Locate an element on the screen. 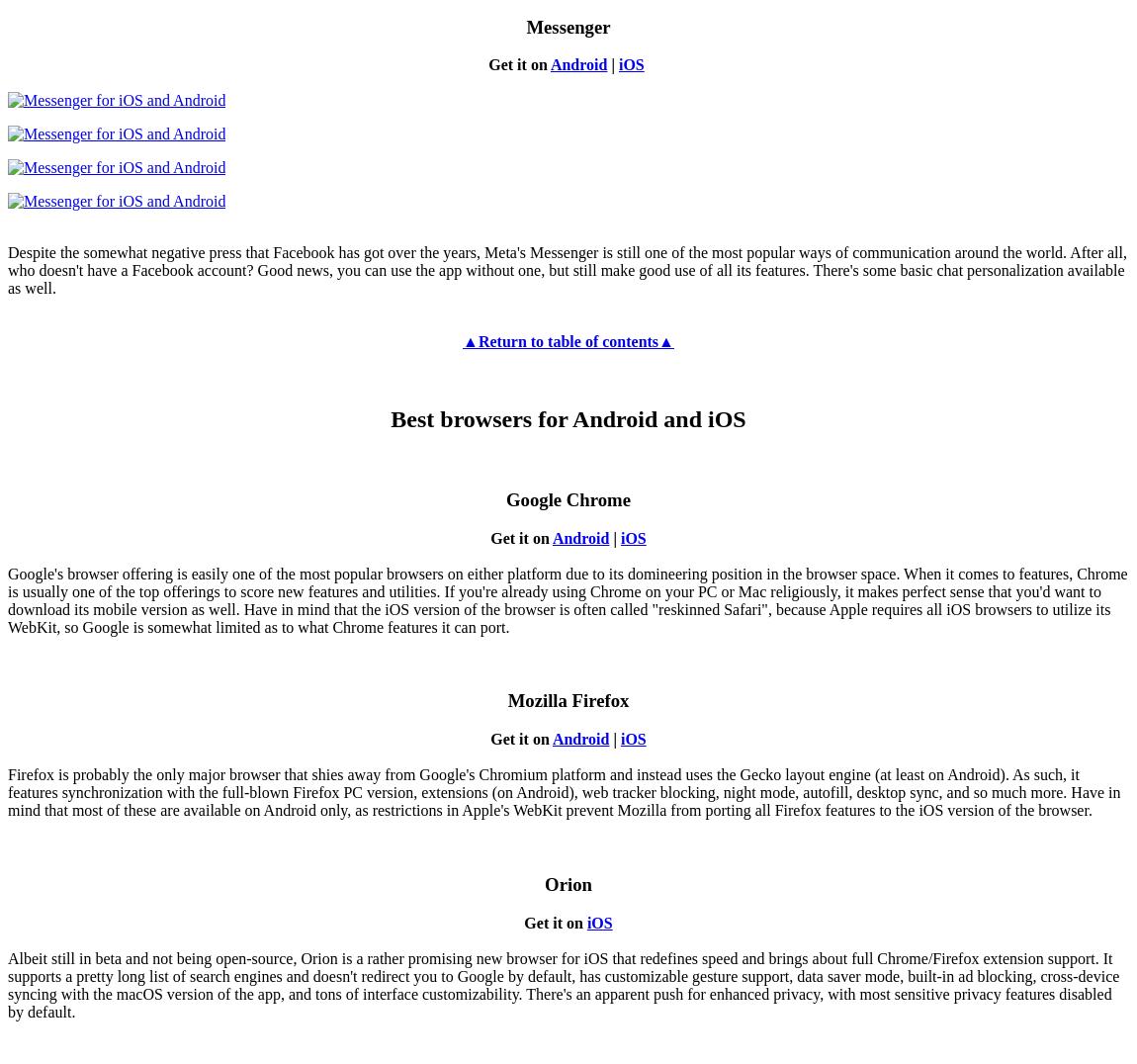 Image resolution: width=1137 pixels, height=1064 pixels. 'Google's browser offering is easily one of the most popular browsers on either platform due to its domineering position in the browser space. When it comes to features, Chrome is usually one of the top offerings to score new features and utilities. If you're already using Chrome on your PC or Mac religiously, it makes perfect sense that you'd want to download its mobile version as well. Have in mind that the iOS version of the browser is often called "reskinned Safari", because Apple requires all iOS browsers to utilize its WebKit, so Google is somewhat limited as to what Chrome features it can port.' is located at coordinates (567, 599).